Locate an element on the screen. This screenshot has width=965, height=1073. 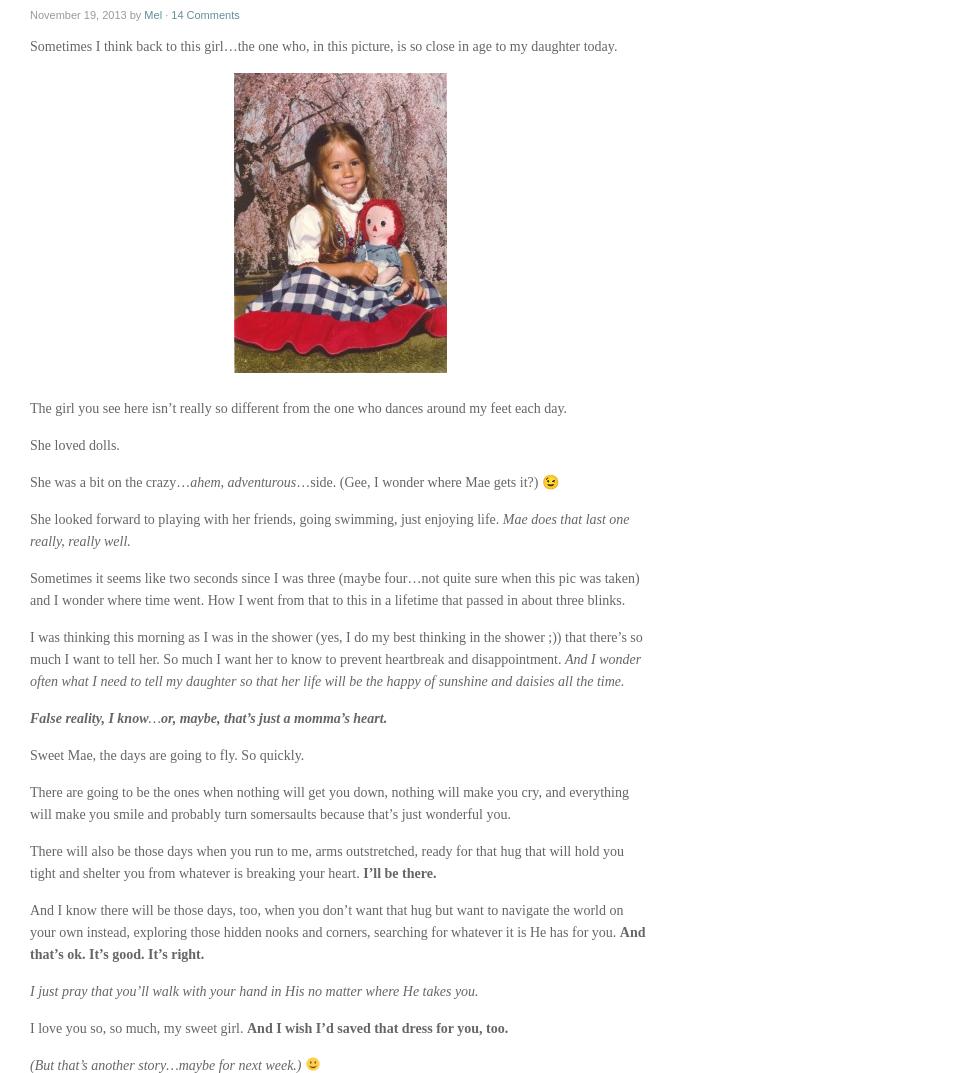
'I wonder often what I need to tell my daughter so that her life will be the happy of sunshine and daisies all the time.' is located at coordinates (335, 670).